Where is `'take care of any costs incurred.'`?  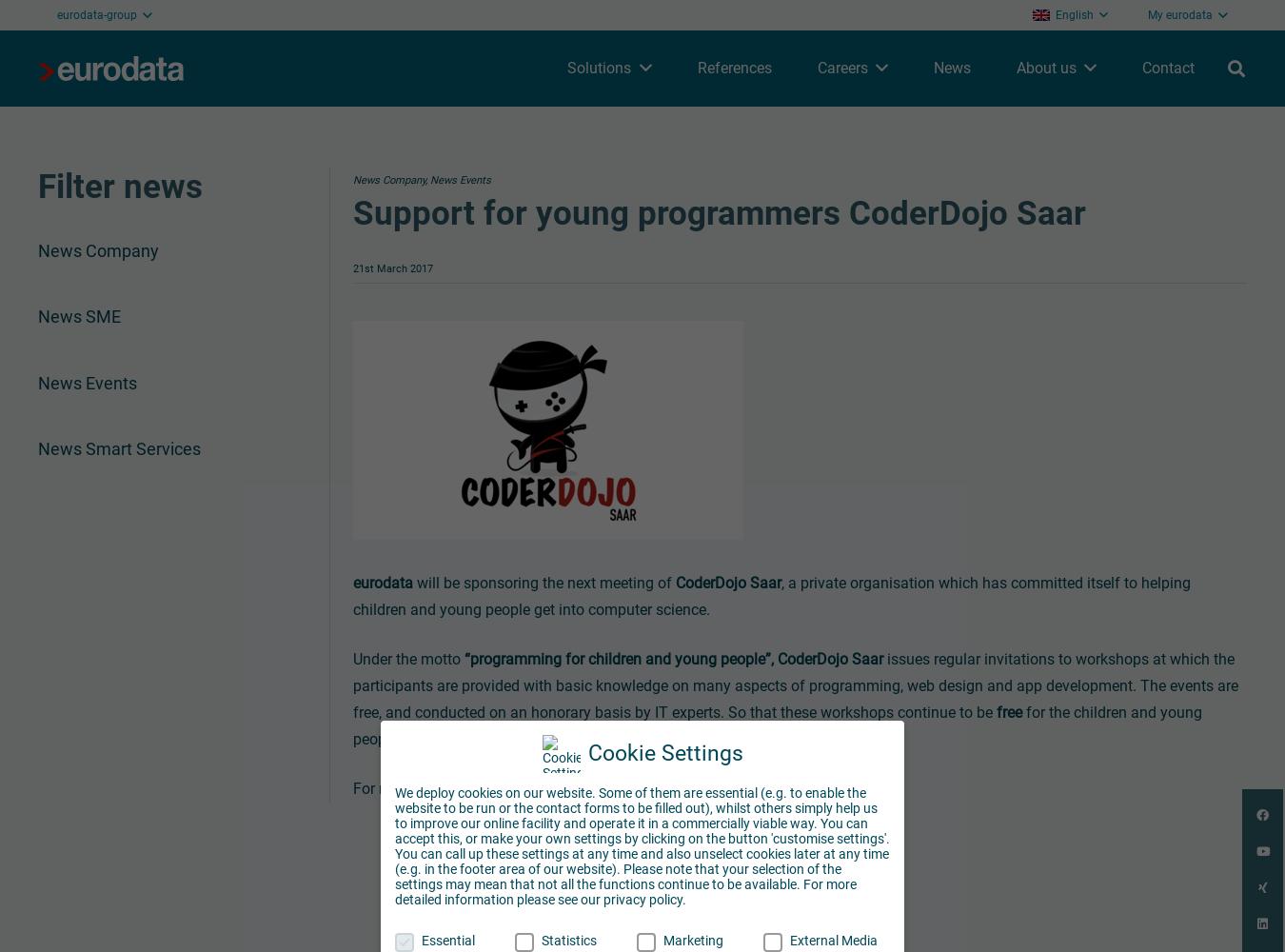 'take care of any costs incurred.' is located at coordinates (688, 739).